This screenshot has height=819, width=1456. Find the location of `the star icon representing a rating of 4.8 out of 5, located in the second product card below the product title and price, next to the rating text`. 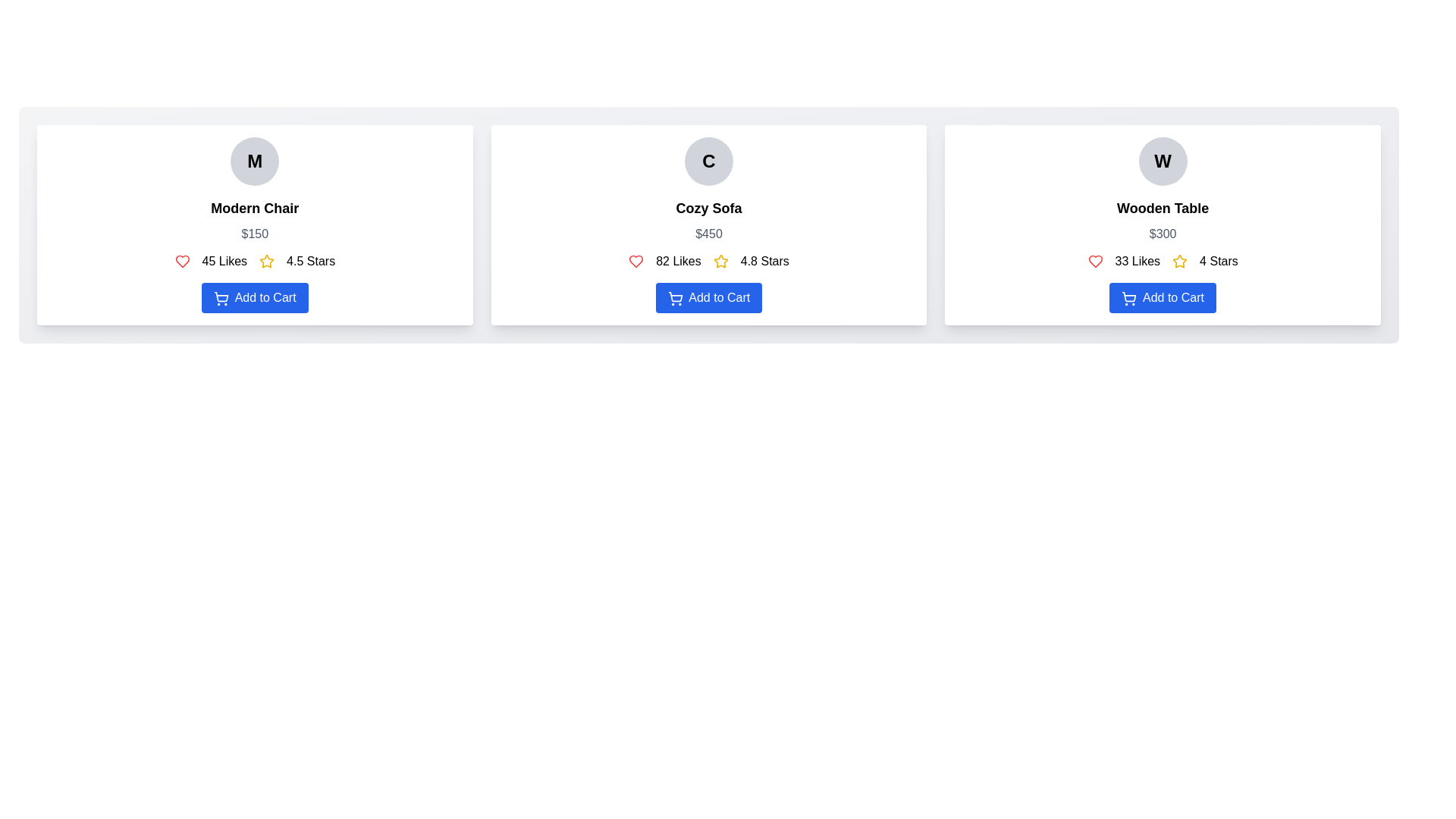

the star icon representing a rating of 4.8 out of 5, located in the second product card below the product title and price, next to the rating text is located at coordinates (720, 260).